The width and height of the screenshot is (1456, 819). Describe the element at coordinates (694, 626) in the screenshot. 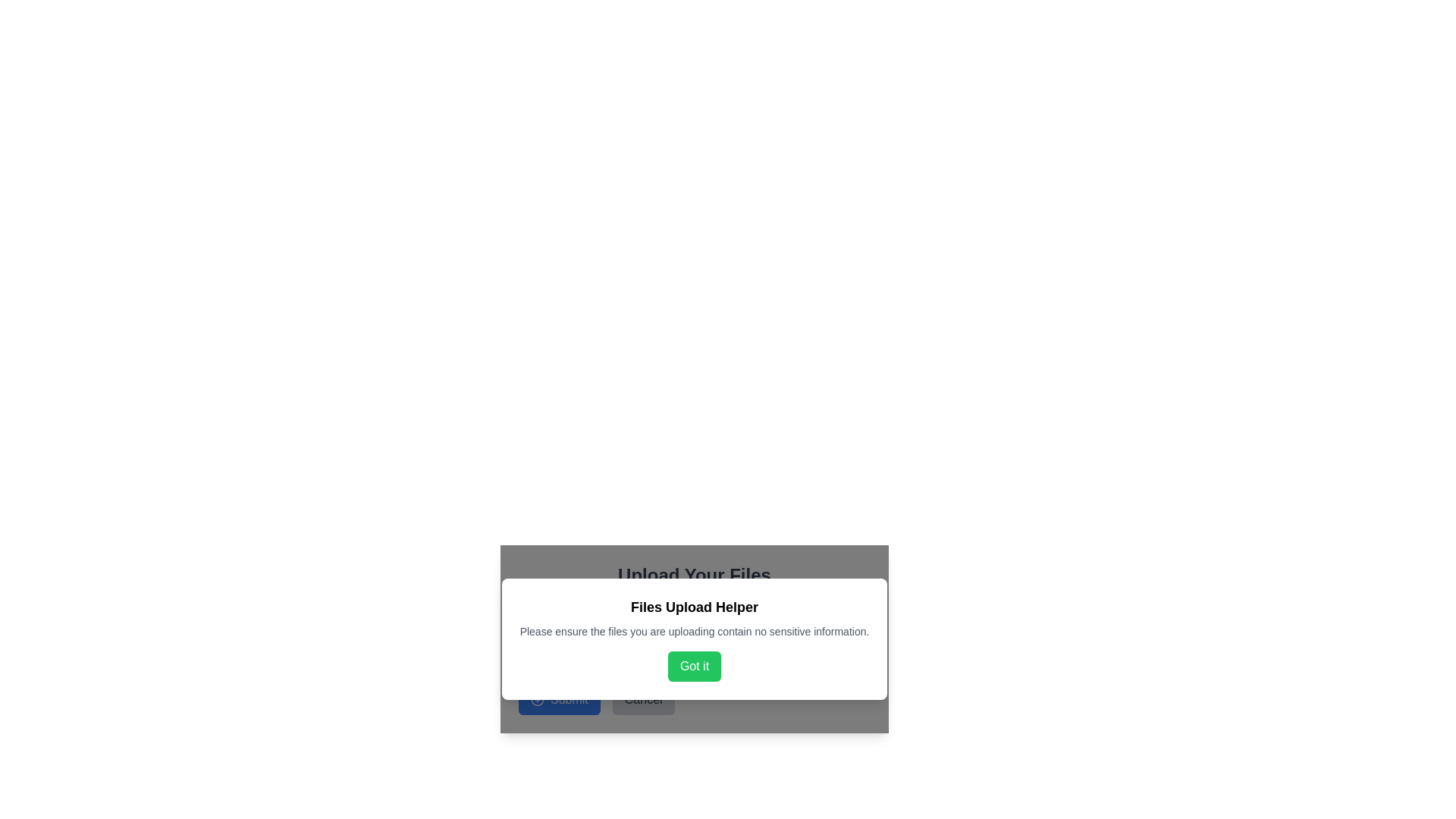

I see `the compact gray SVG upload icon located at the center of the file-drop area, which features dashed borders and is positioned above the instructional text` at that location.